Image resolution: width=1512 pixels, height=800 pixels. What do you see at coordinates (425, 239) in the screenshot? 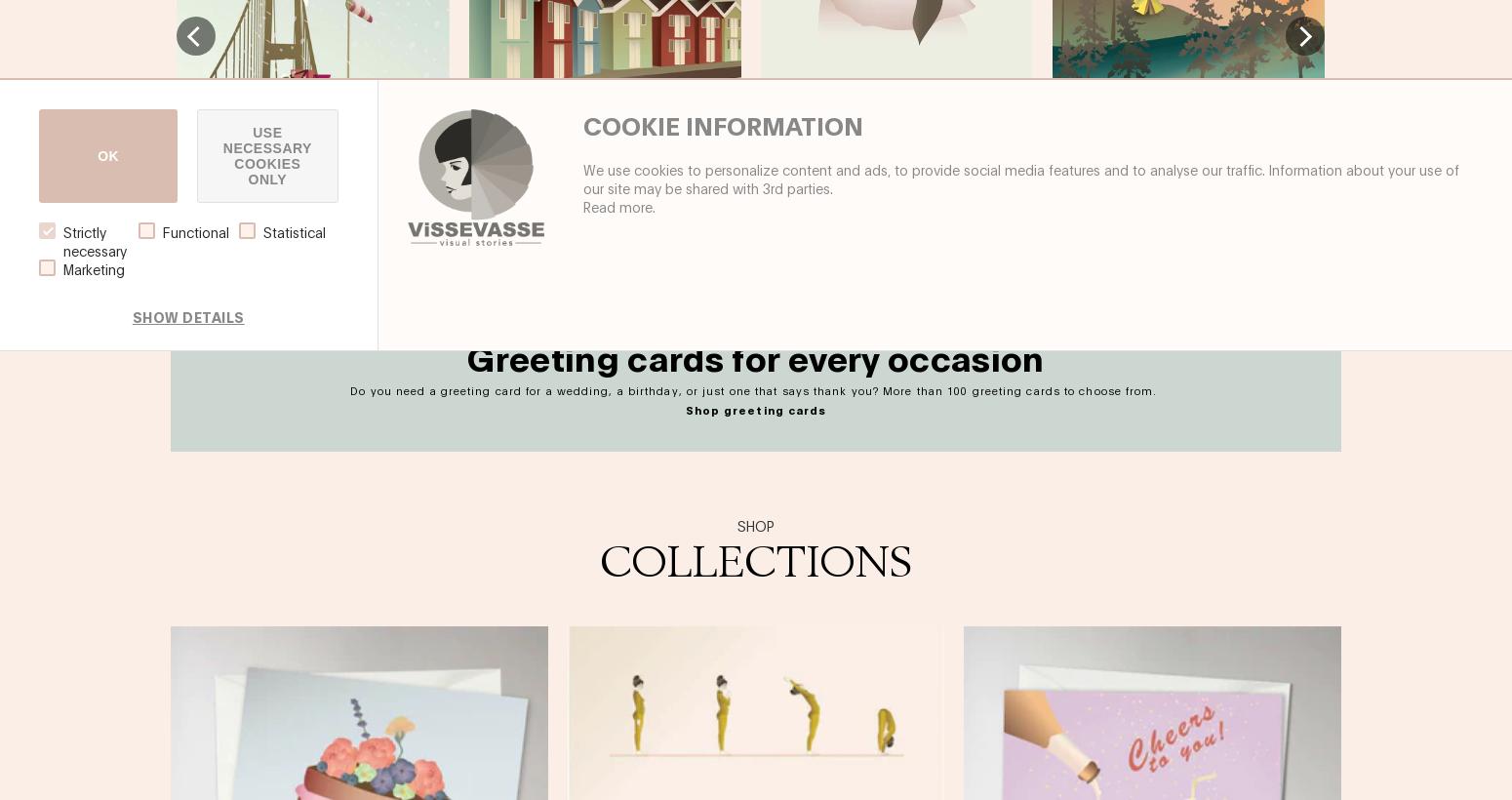
I see `'€29.00'` at bounding box center [425, 239].